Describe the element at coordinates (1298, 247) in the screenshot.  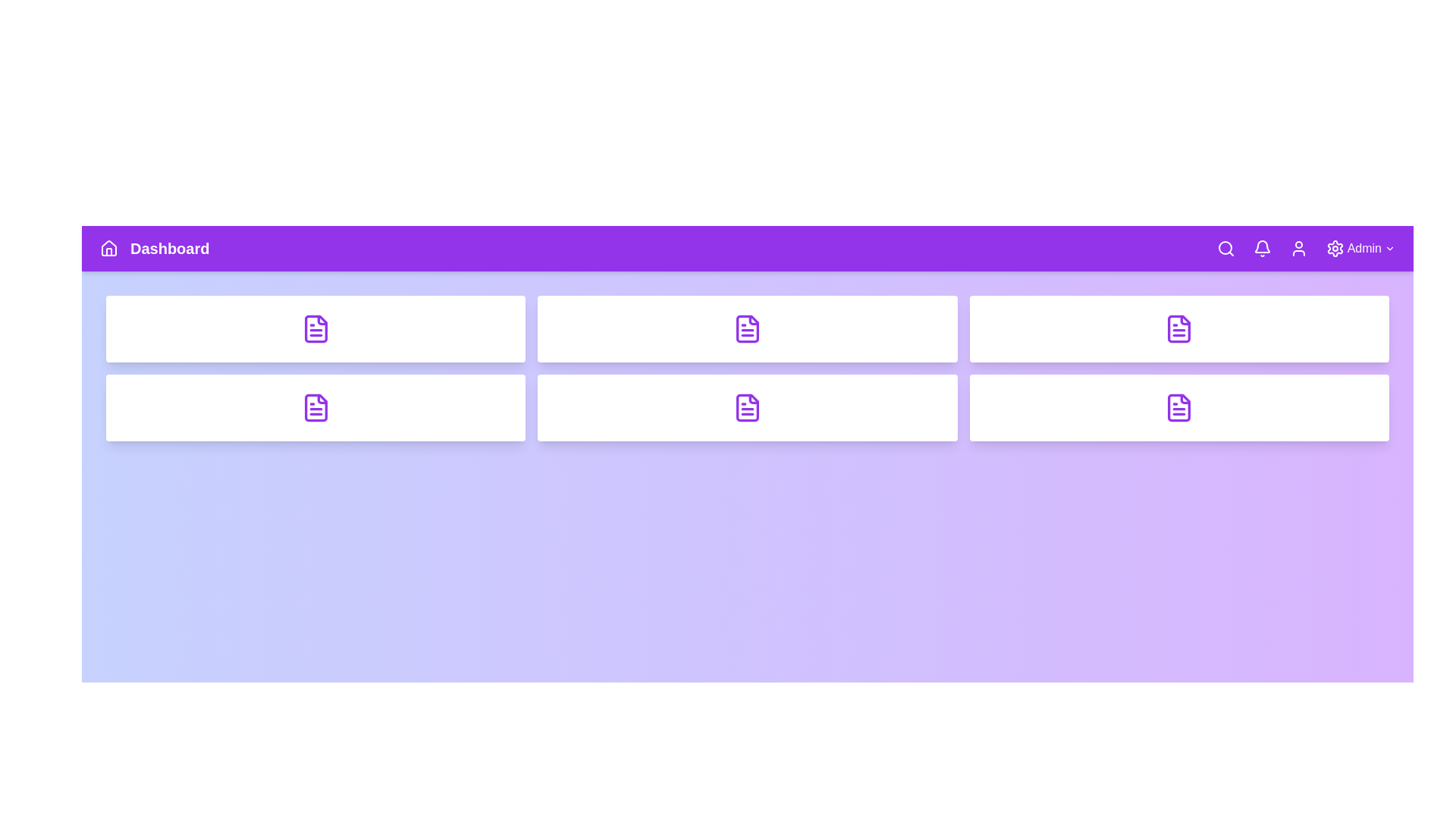
I see `the User navigation icon` at that location.